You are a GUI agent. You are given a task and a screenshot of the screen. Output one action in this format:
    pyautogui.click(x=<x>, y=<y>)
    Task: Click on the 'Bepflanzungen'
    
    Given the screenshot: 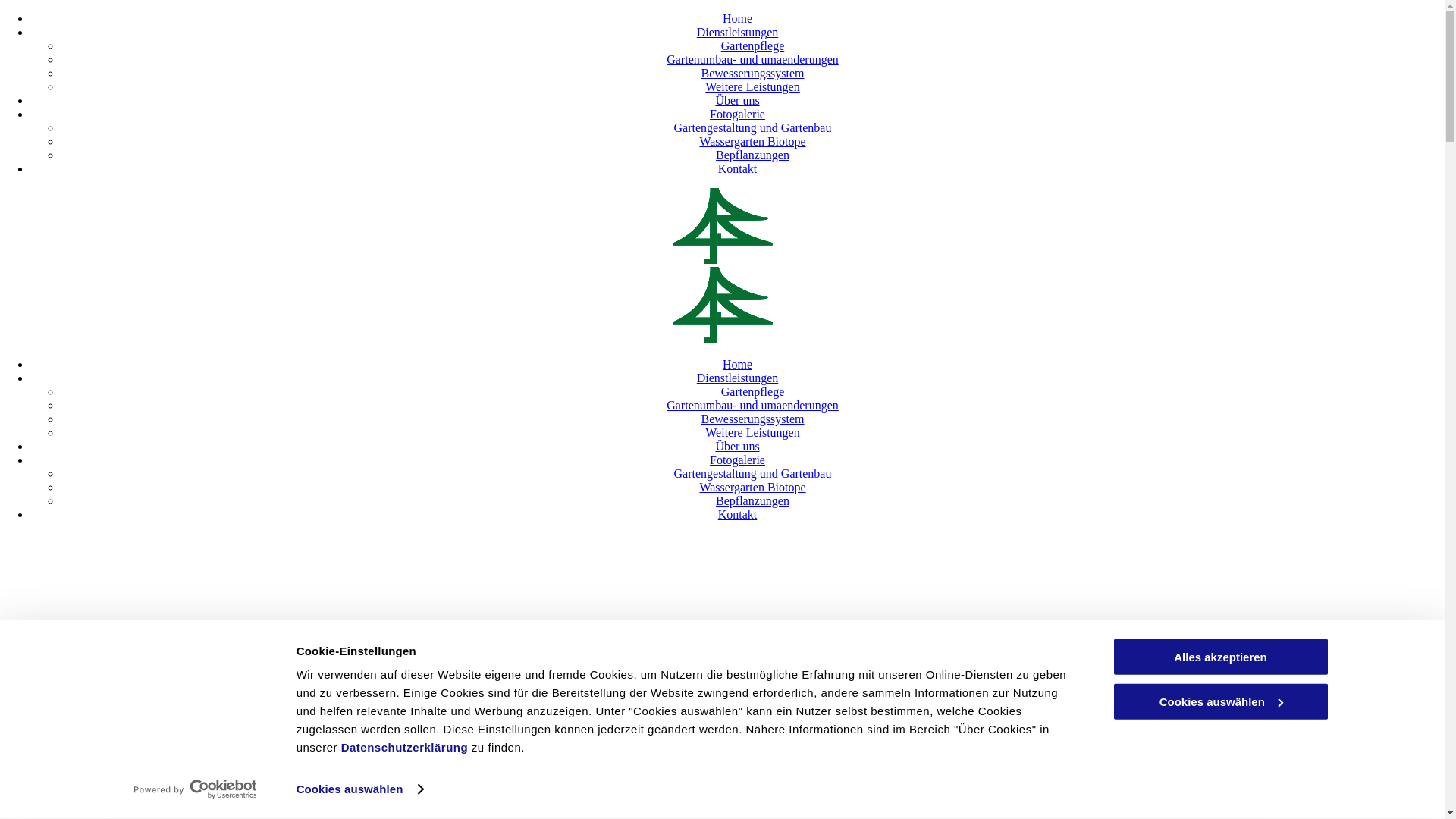 What is the action you would take?
    pyautogui.click(x=752, y=155)
    